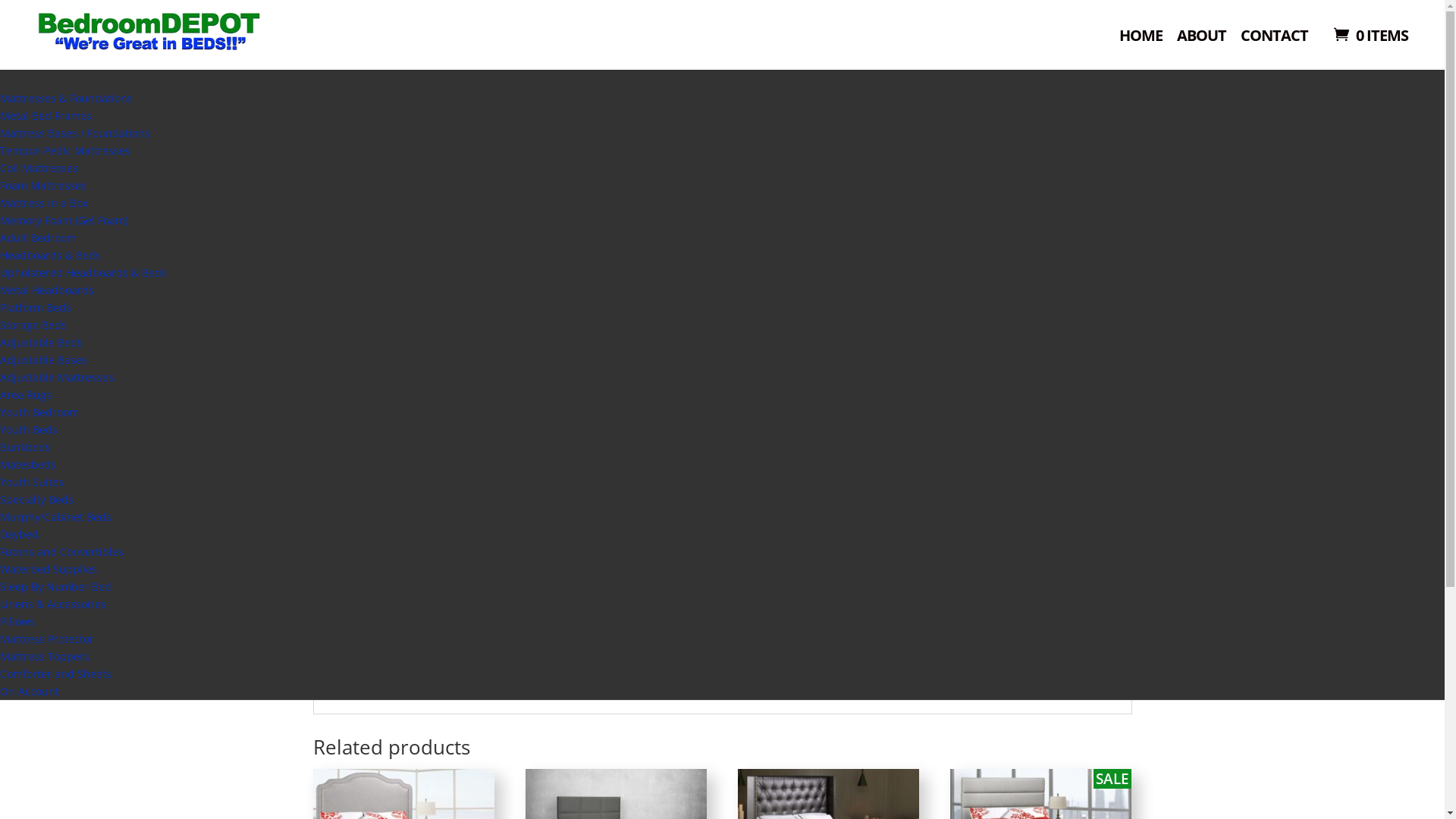  What do you see at coordinates (0, 237) in the screenshot?
I see `'Adult Bedroom'` at bounding box center [0, 237].